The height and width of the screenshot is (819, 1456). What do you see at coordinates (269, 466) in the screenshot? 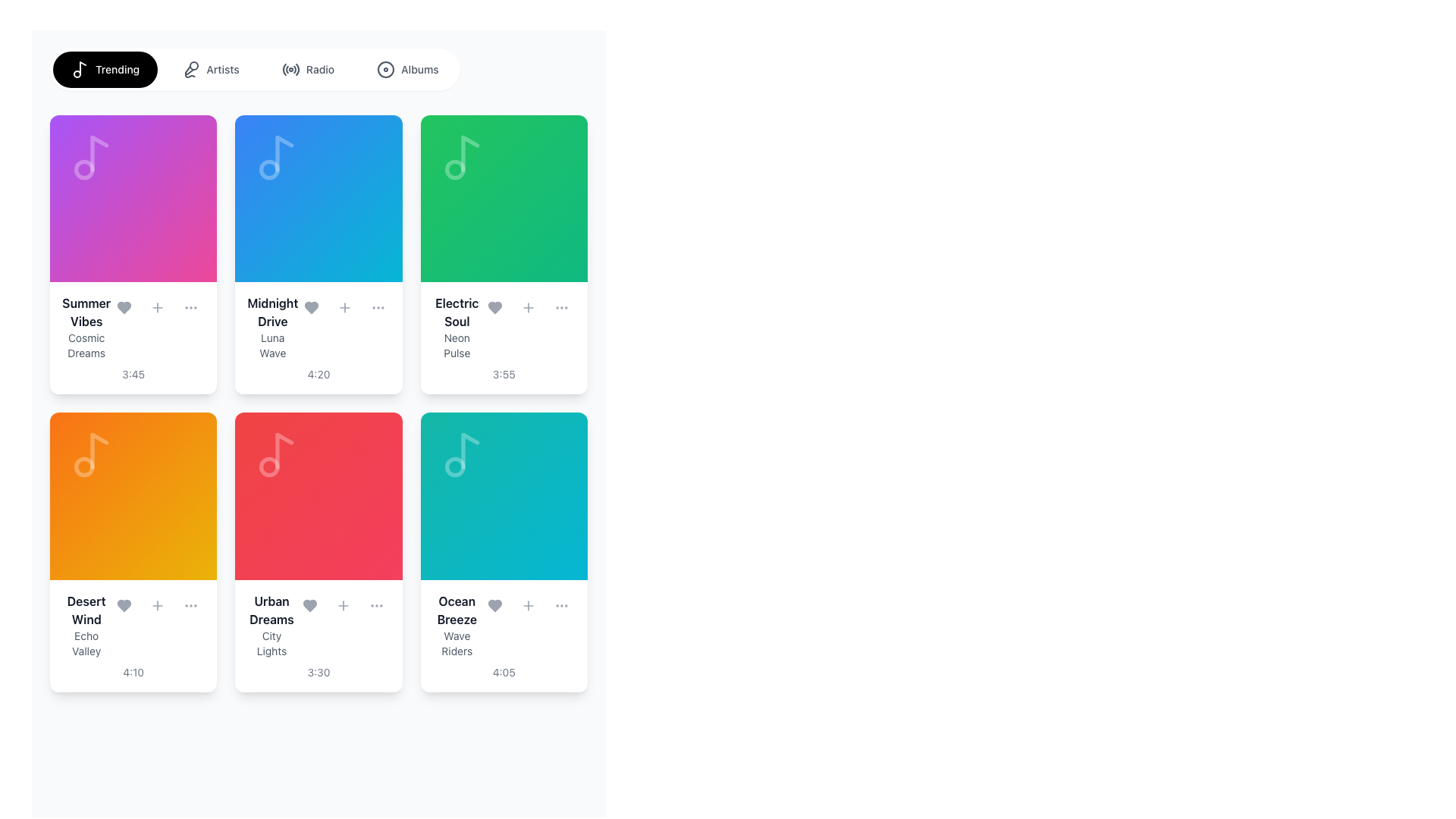
I see `the small circular shape (dot) located centrally within the music note icon in the 'Urban Dreams' tile, which is in the second column of the second row` at bounding box center [269, 466].